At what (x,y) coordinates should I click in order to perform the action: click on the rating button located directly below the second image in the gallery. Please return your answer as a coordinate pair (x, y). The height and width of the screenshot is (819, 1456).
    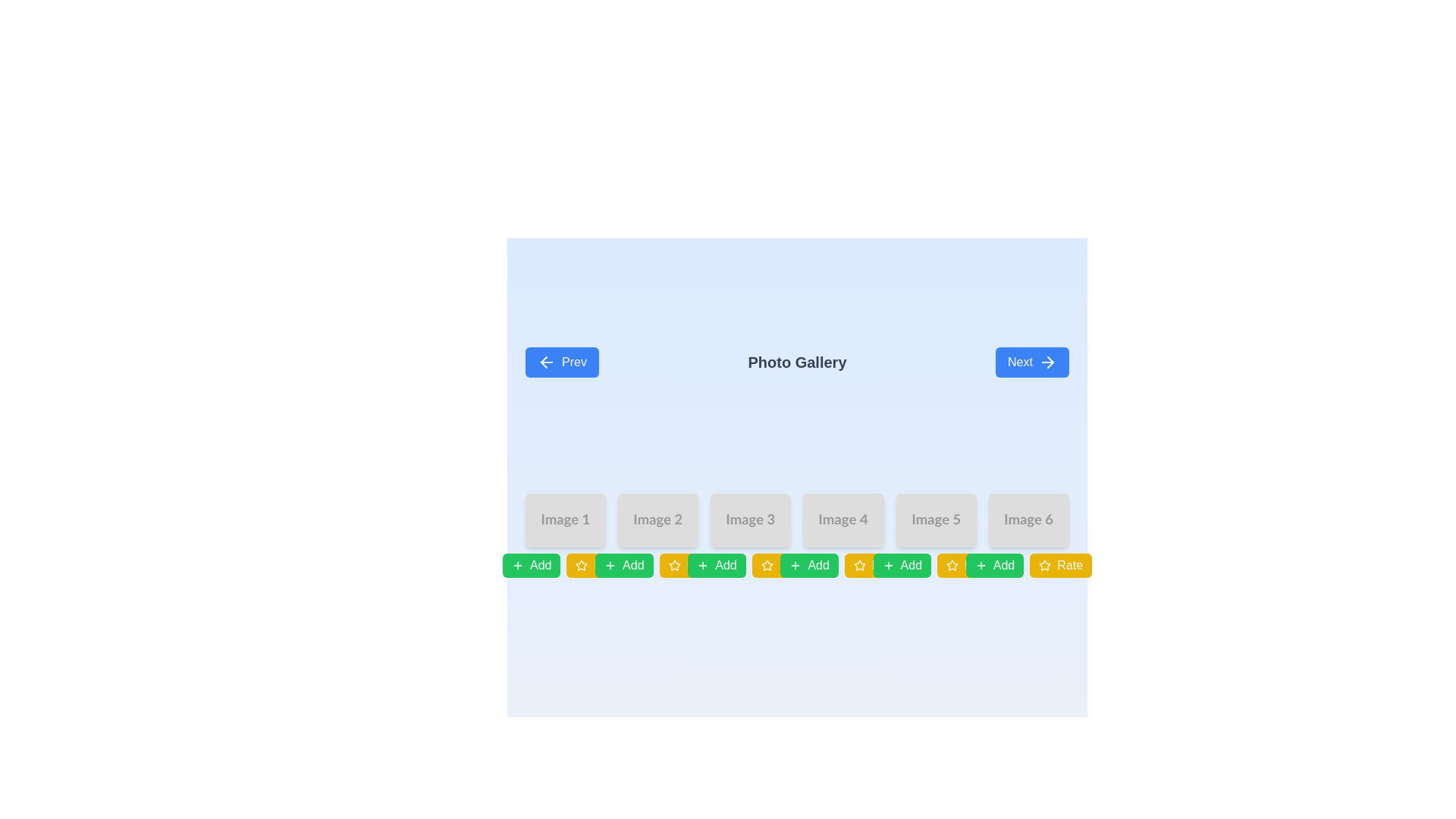
    Looking at the image, I should click on (658, 565).